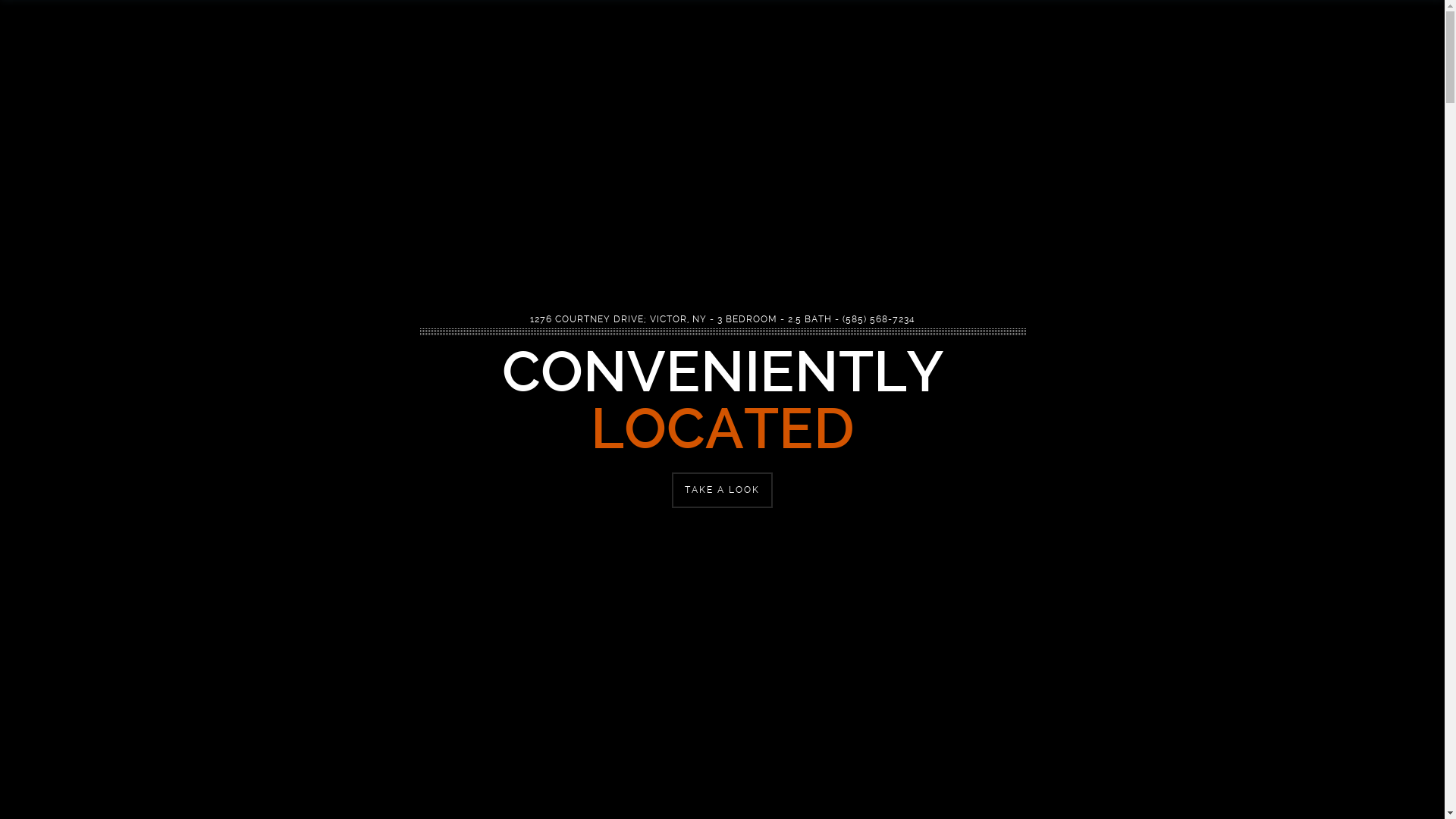 The height and width of the screenshot is (819, 1456). Describe the element at coordinates (721, 490) in the screenshot. I see `'TAKE A LOOK'` at that location.